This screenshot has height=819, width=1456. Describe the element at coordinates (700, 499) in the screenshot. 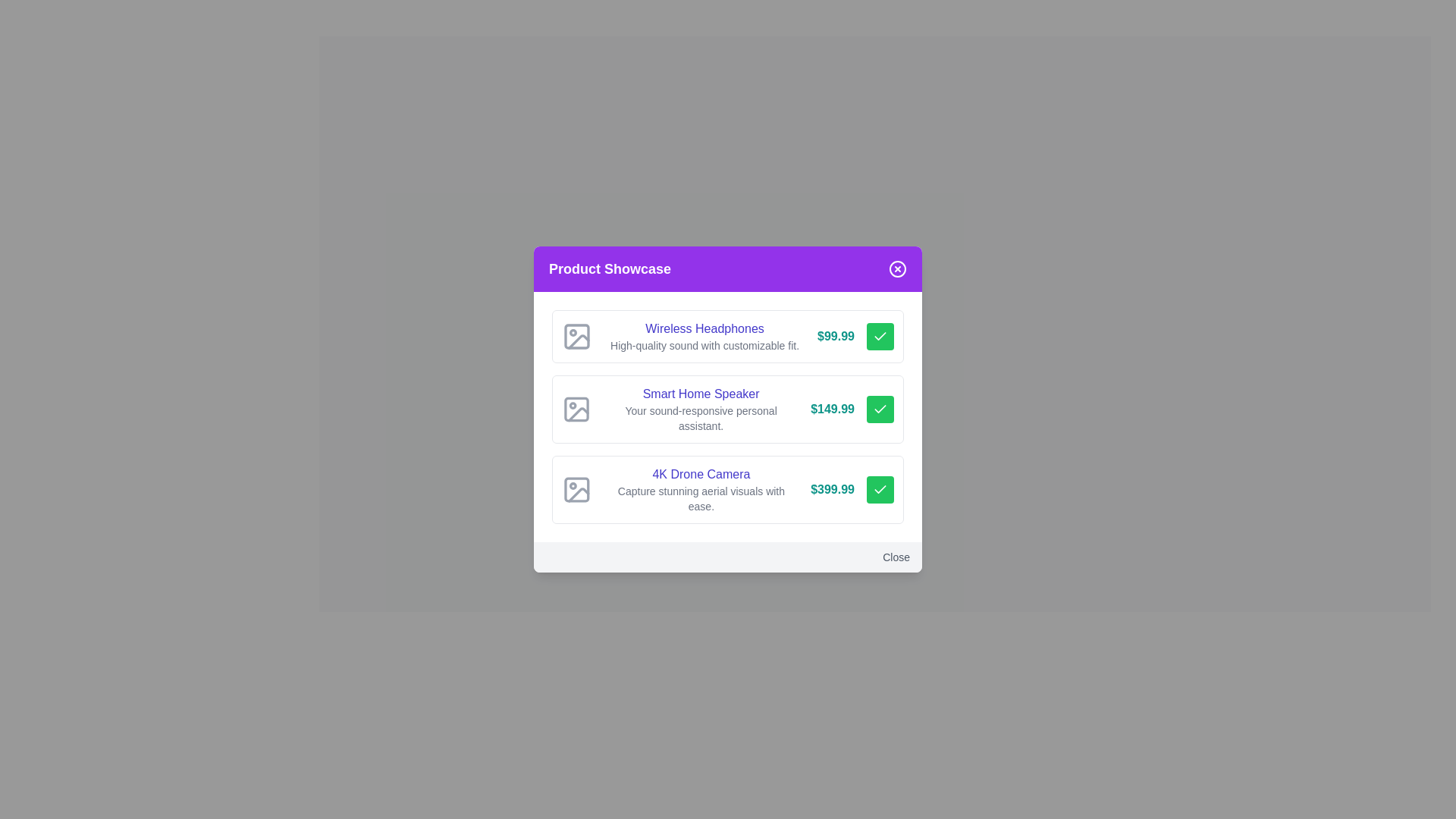

I see `the descriptive text of the product '4K Drone Camera', which is the second line of text in the product's information block` at that location.